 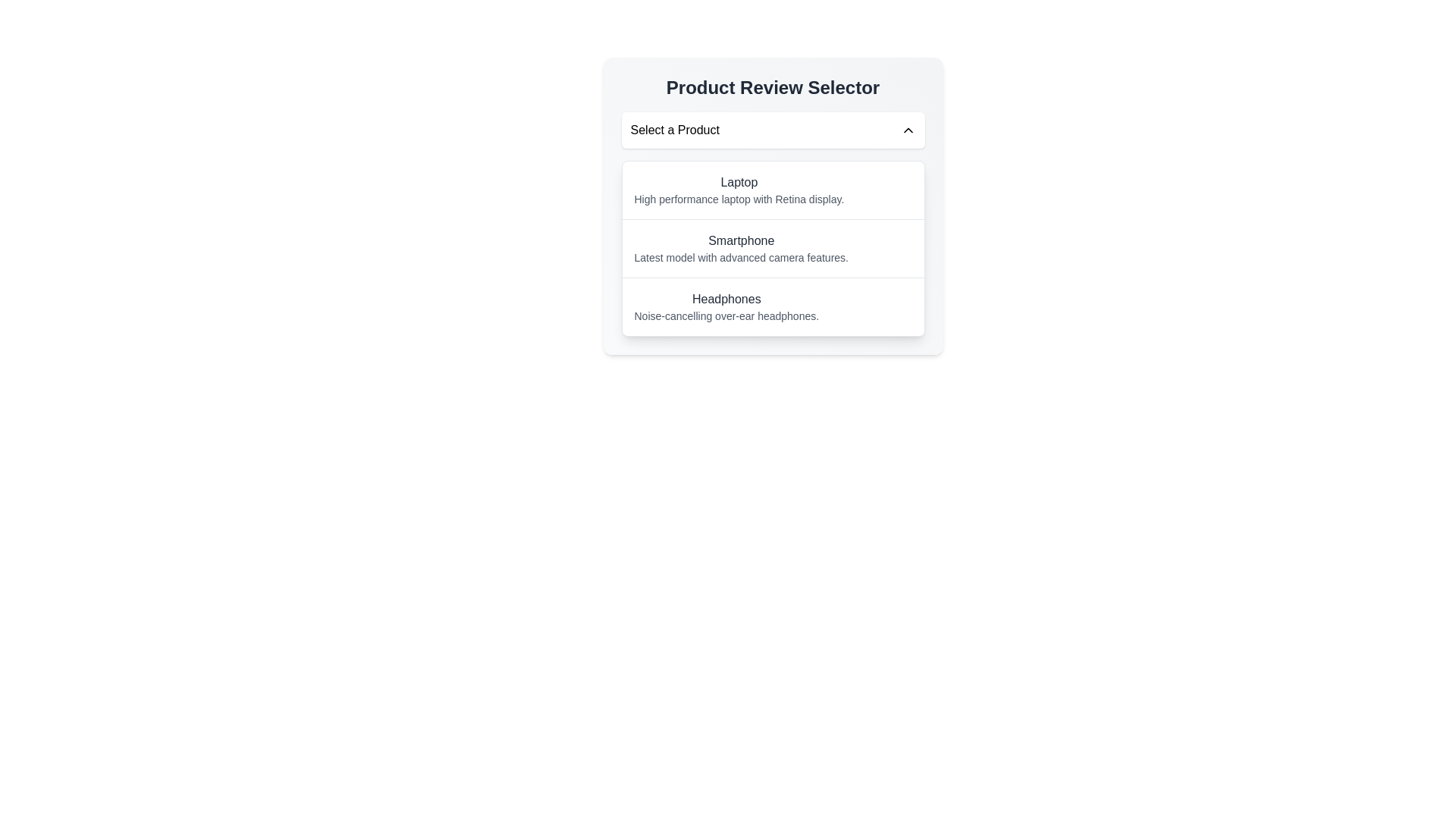 What do you see at coordinates (741, 256) in the screenshot?
I see `the text snippet reading 'Latest model with advanced camera features.' located in the 'Smartphone' section of the dropdown list` at bounding box center [741, 256].